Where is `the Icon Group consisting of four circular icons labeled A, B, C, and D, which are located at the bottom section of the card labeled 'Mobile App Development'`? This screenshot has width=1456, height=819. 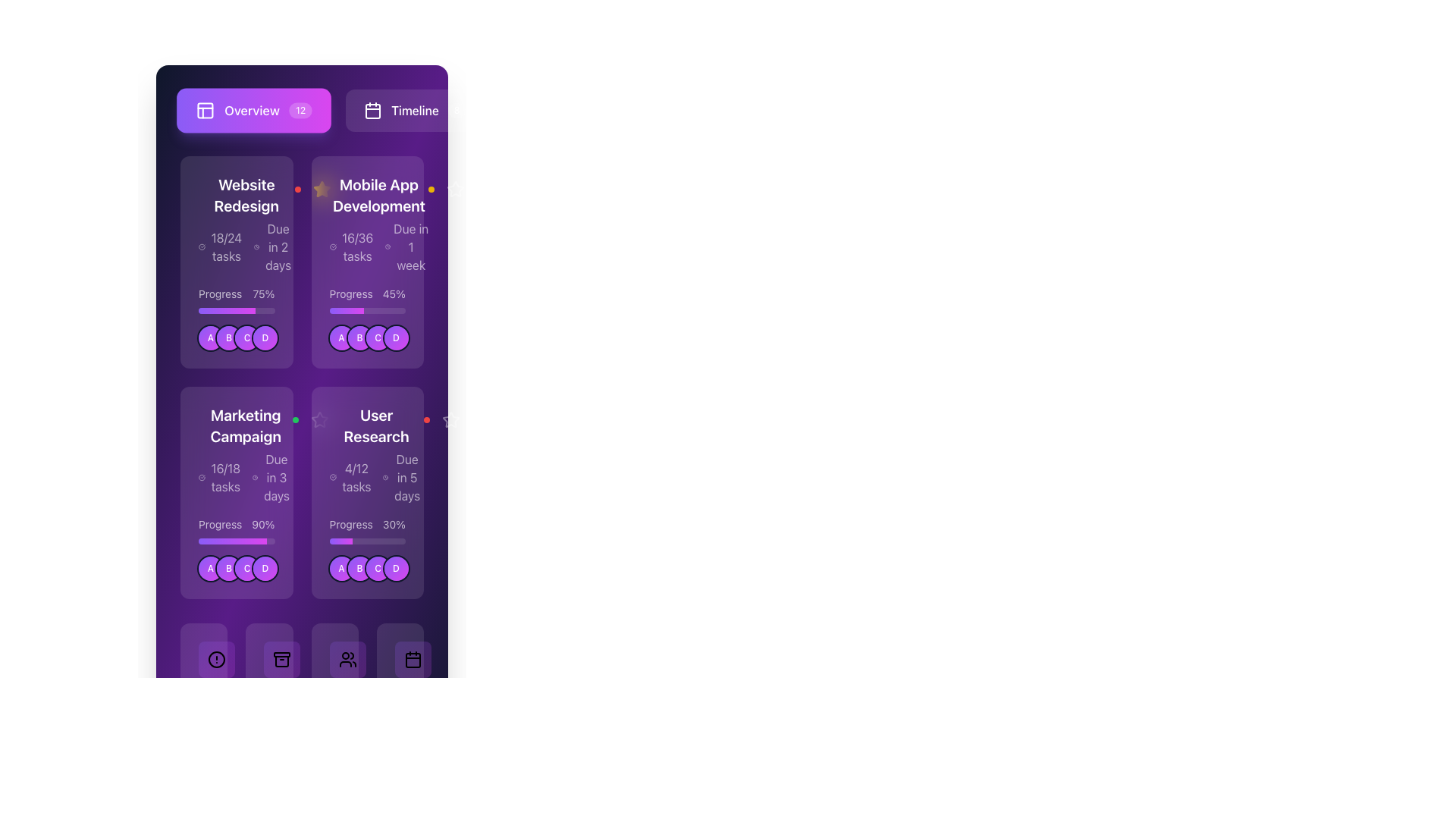
the Icon Group consisting of four circular icons labeled A, B, C, and D, which are located at the bottom section of the card labeled 'Mobile App Development' is located at coordinates (367, 337).